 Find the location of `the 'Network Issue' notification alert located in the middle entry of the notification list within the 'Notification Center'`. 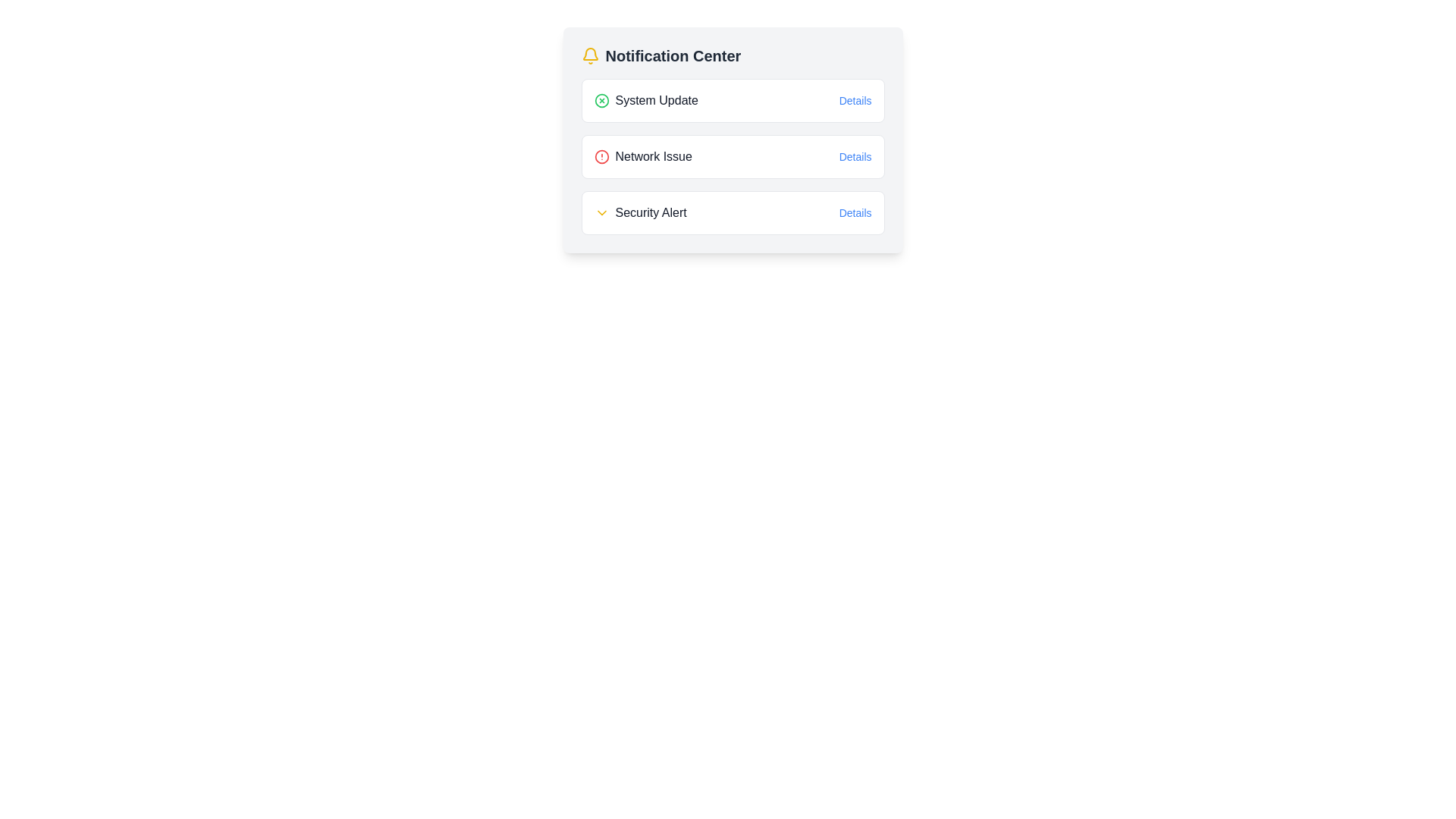

the 'Network Issue' notification alert located in the middle entry of the notification list within the 'Notification Center' is located at coordinates (643, 157).